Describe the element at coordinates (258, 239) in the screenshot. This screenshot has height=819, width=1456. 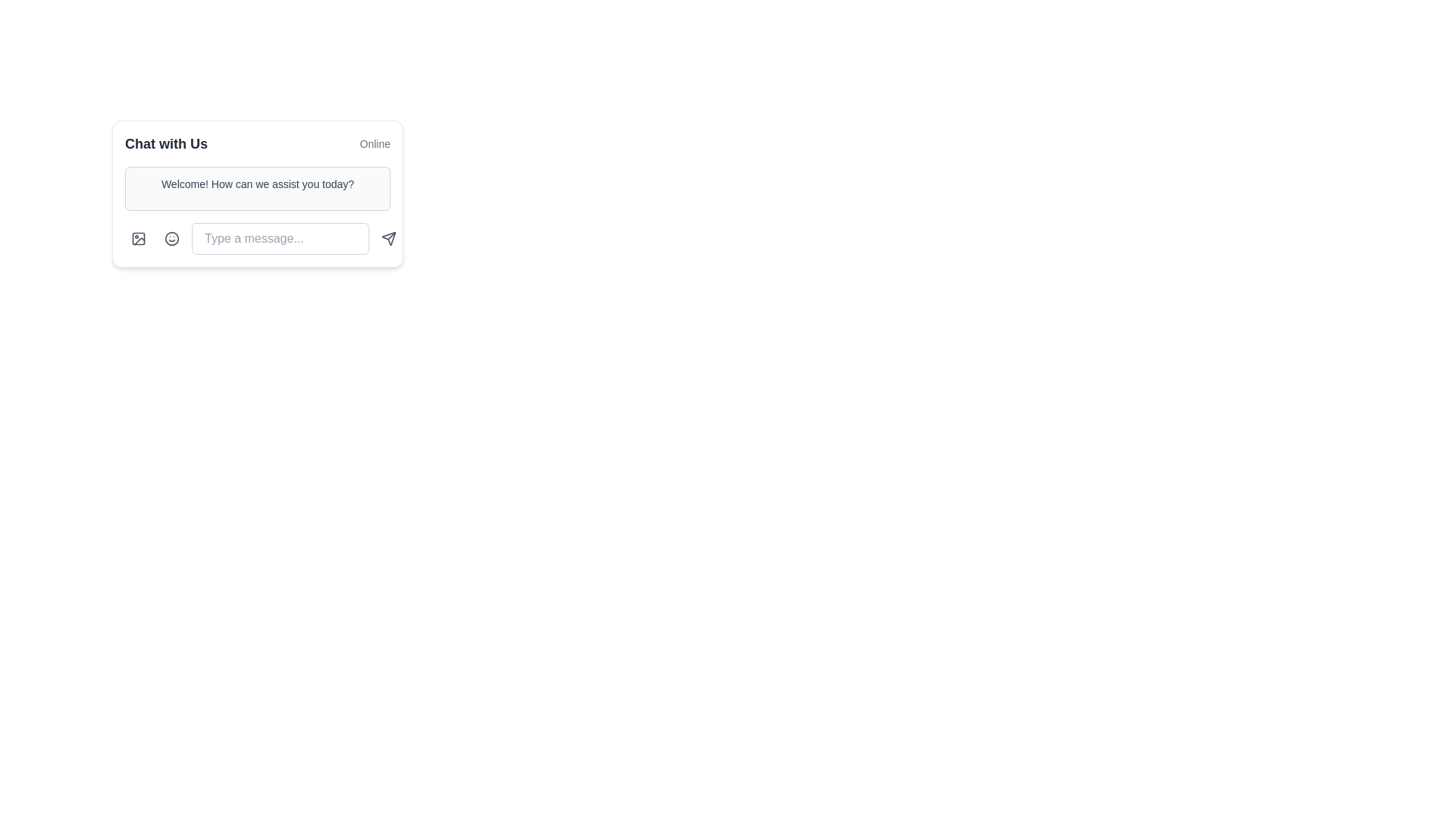
I see `the text box labeled 'Type a message...' in the 'Chat with Us' section to focus on it` at that location.